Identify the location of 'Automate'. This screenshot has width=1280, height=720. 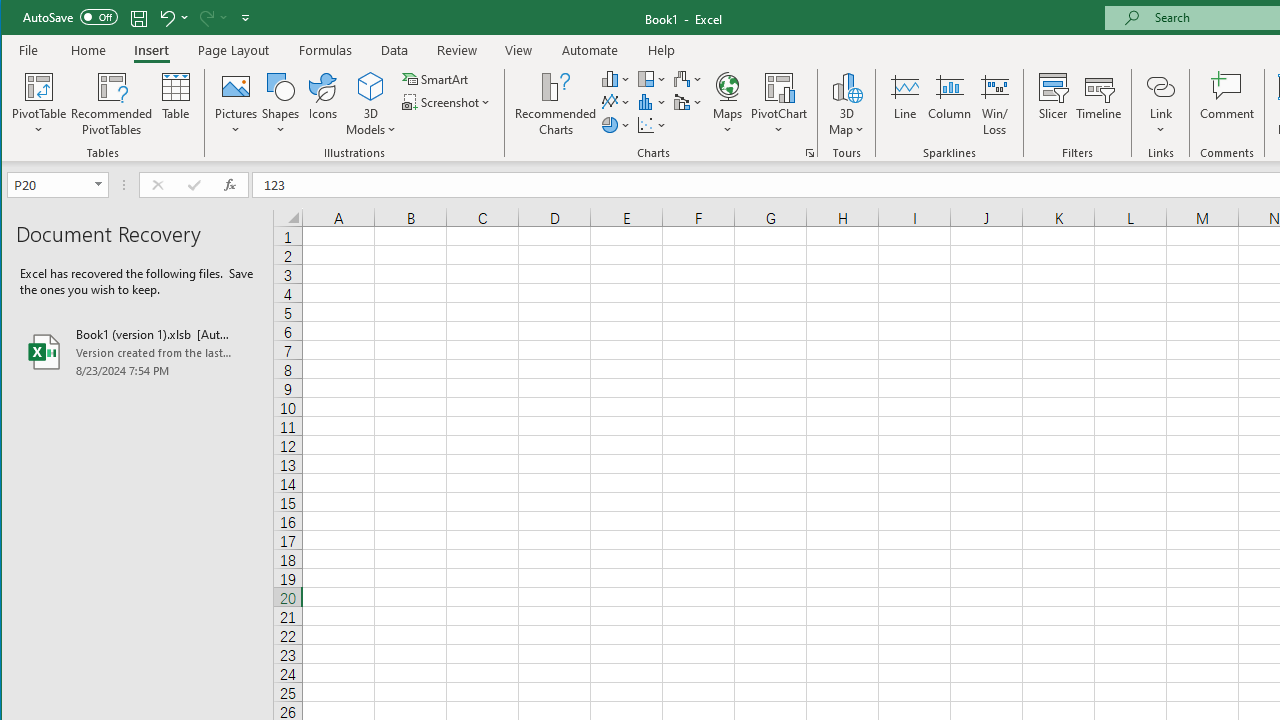
(589, 49).